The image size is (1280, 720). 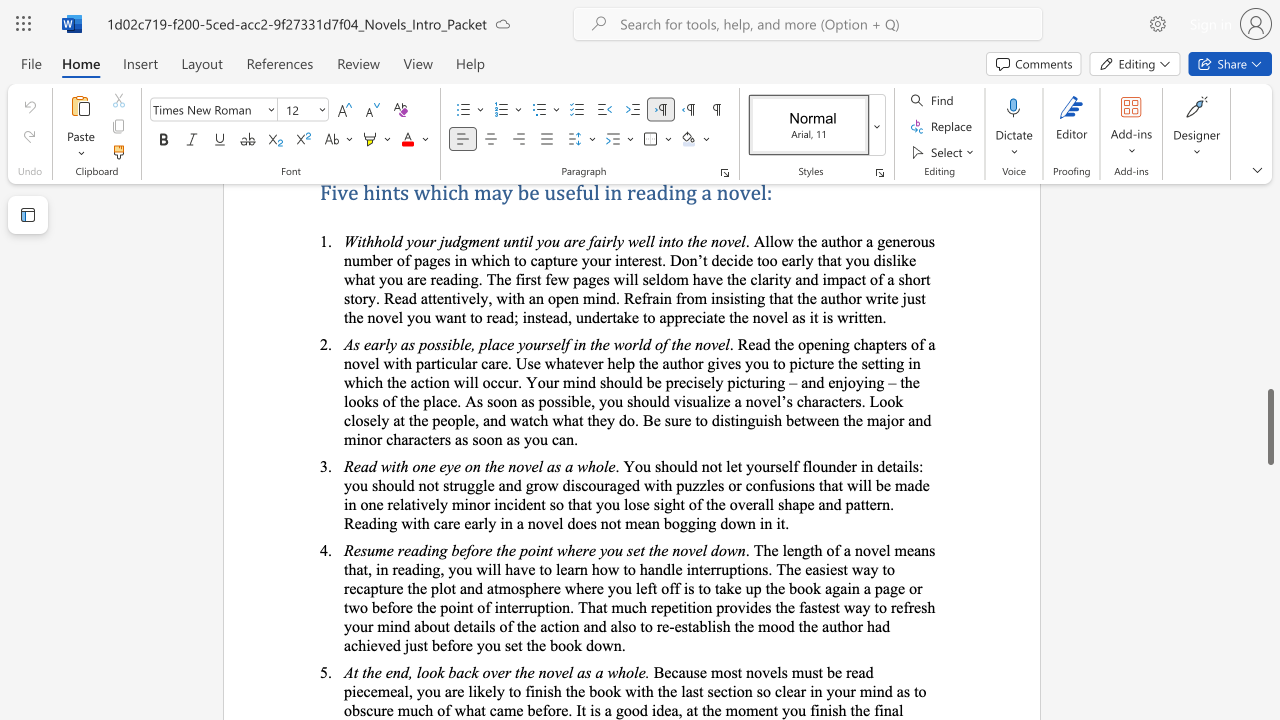 I want to click on the scrollbar to adjust the page upward, so click(x=1269, y=120).